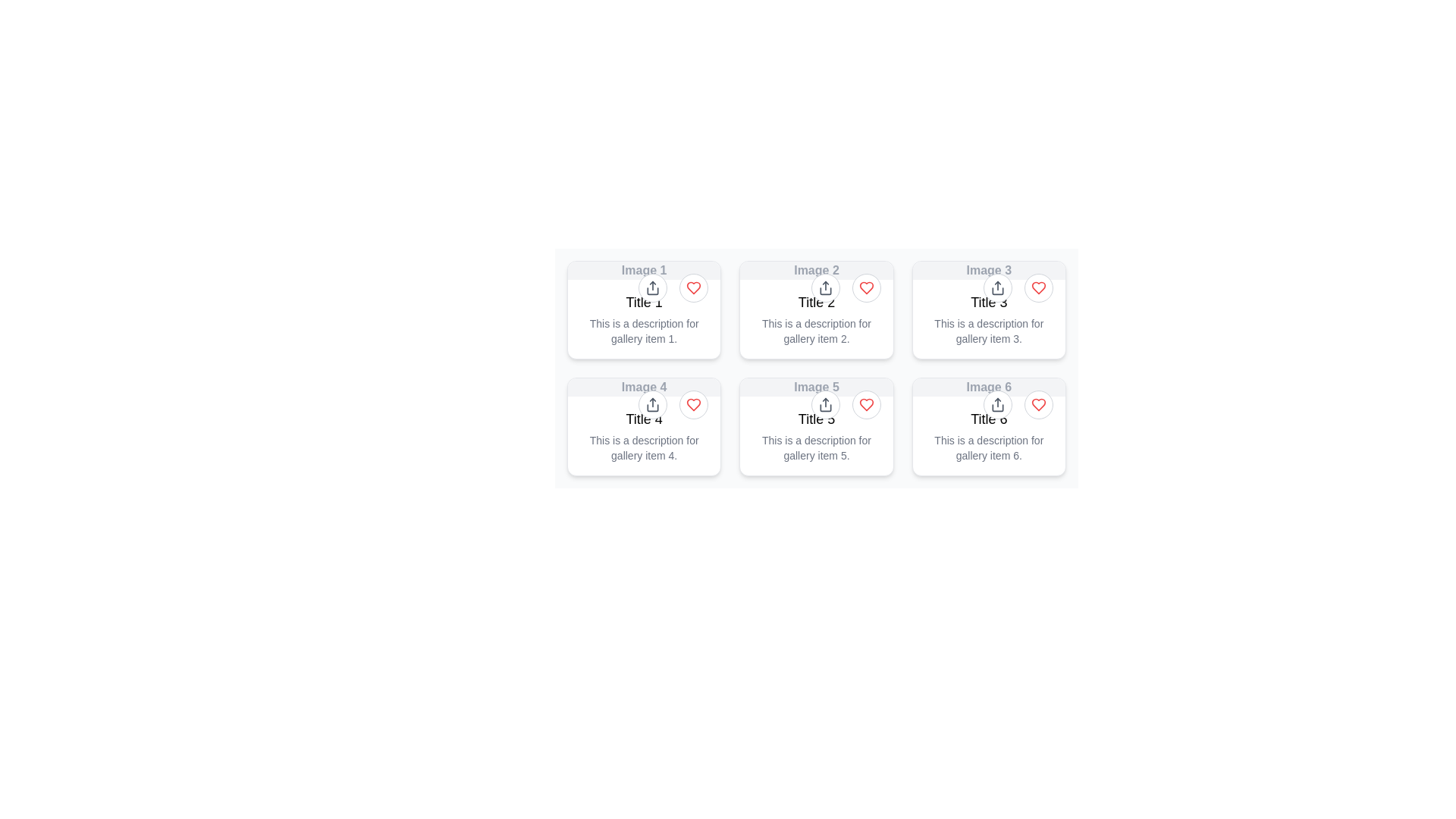  What do you see at coordinates (815, 309) in the screenshot?
I see `the second card in the first row of the gallery grid` at bounding box center [815, 309].